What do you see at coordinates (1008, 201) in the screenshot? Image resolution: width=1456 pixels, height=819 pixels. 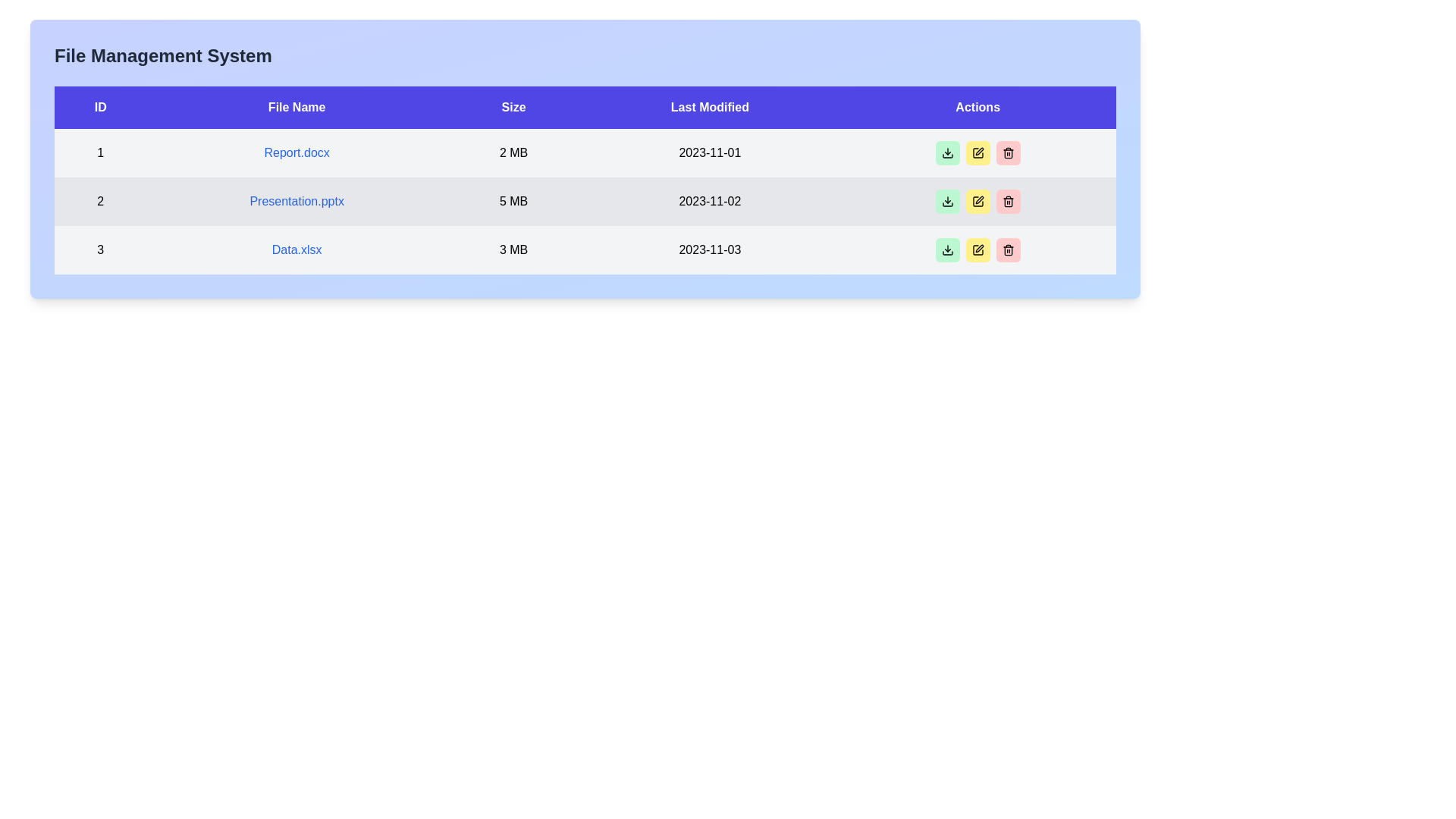 I see `the delete icon button, which is the third icon in the 'Actions' column of the second row in the file listing table, enclosed within a red-colored rectangular button` at bounding box center [1008, 201].